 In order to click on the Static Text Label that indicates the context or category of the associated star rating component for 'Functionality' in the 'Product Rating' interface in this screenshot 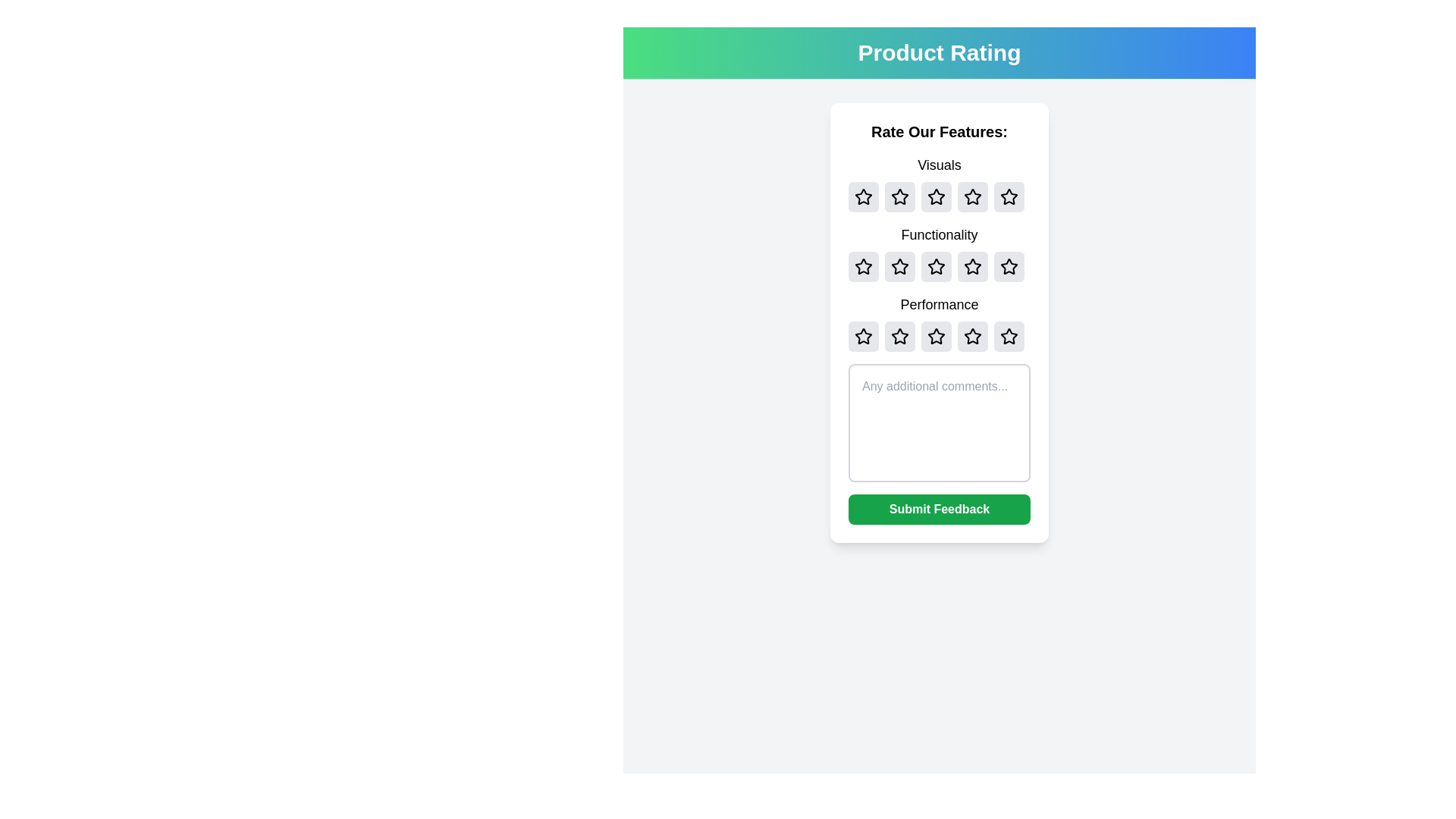, I will do `click(938, 234)`.